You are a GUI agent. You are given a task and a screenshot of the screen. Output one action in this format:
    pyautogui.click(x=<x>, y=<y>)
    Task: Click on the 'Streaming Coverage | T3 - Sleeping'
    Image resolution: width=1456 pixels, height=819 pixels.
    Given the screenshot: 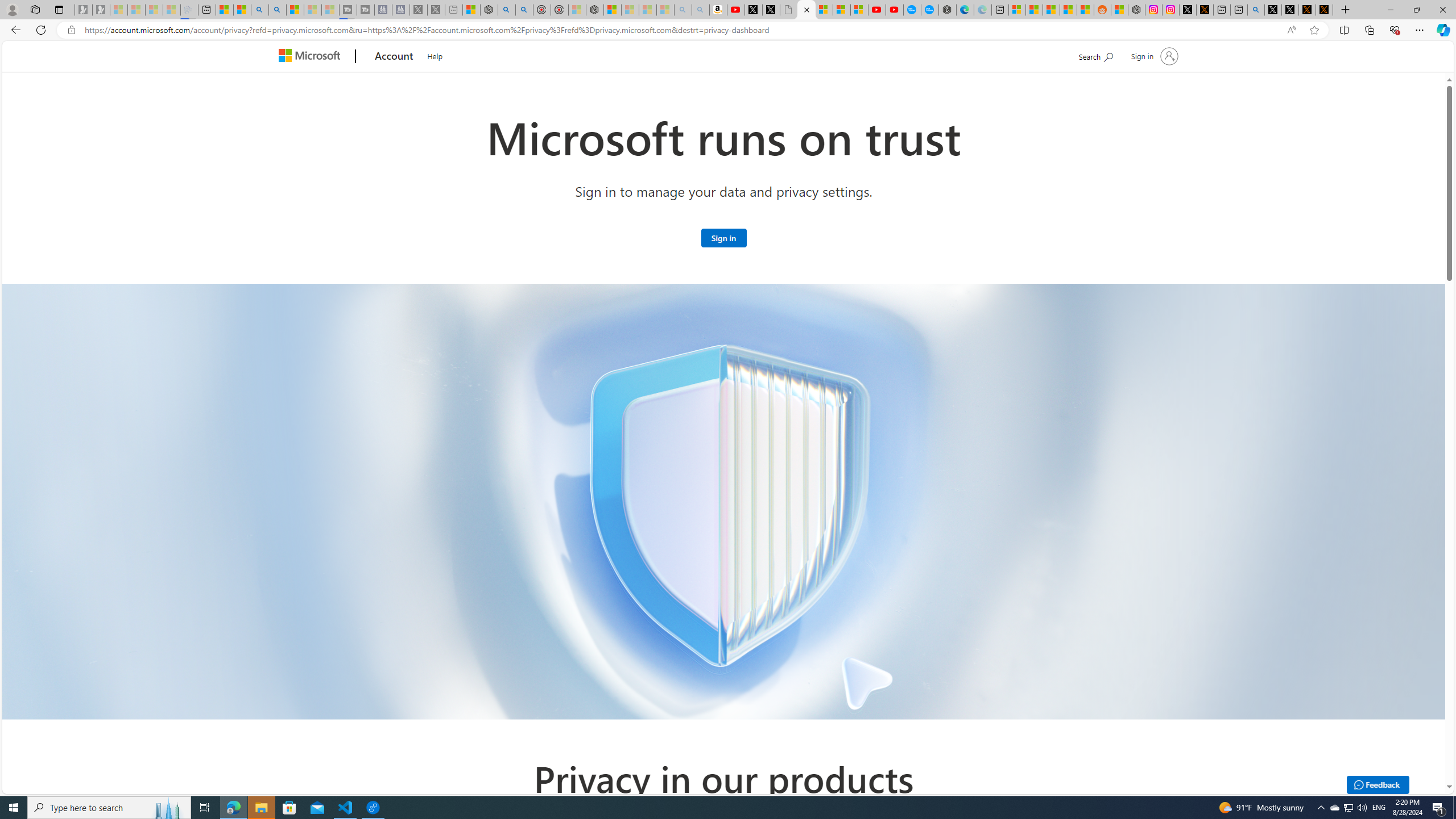 What is the action you would take?
    pyautogui.click(x=348, y=9)
    